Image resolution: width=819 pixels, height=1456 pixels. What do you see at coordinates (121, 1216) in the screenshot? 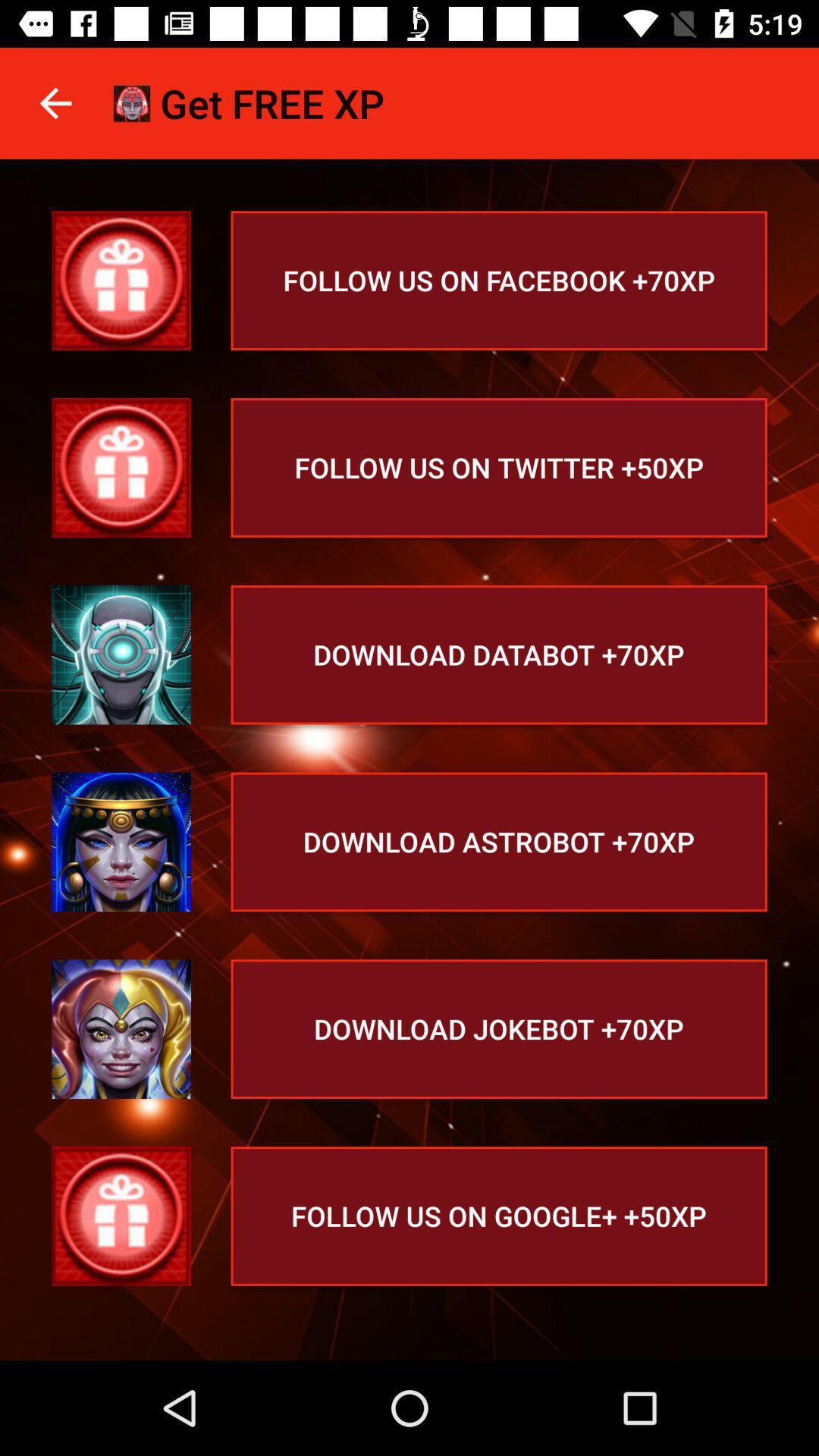
I see `follow us button` at bounding box center [121, 1216].